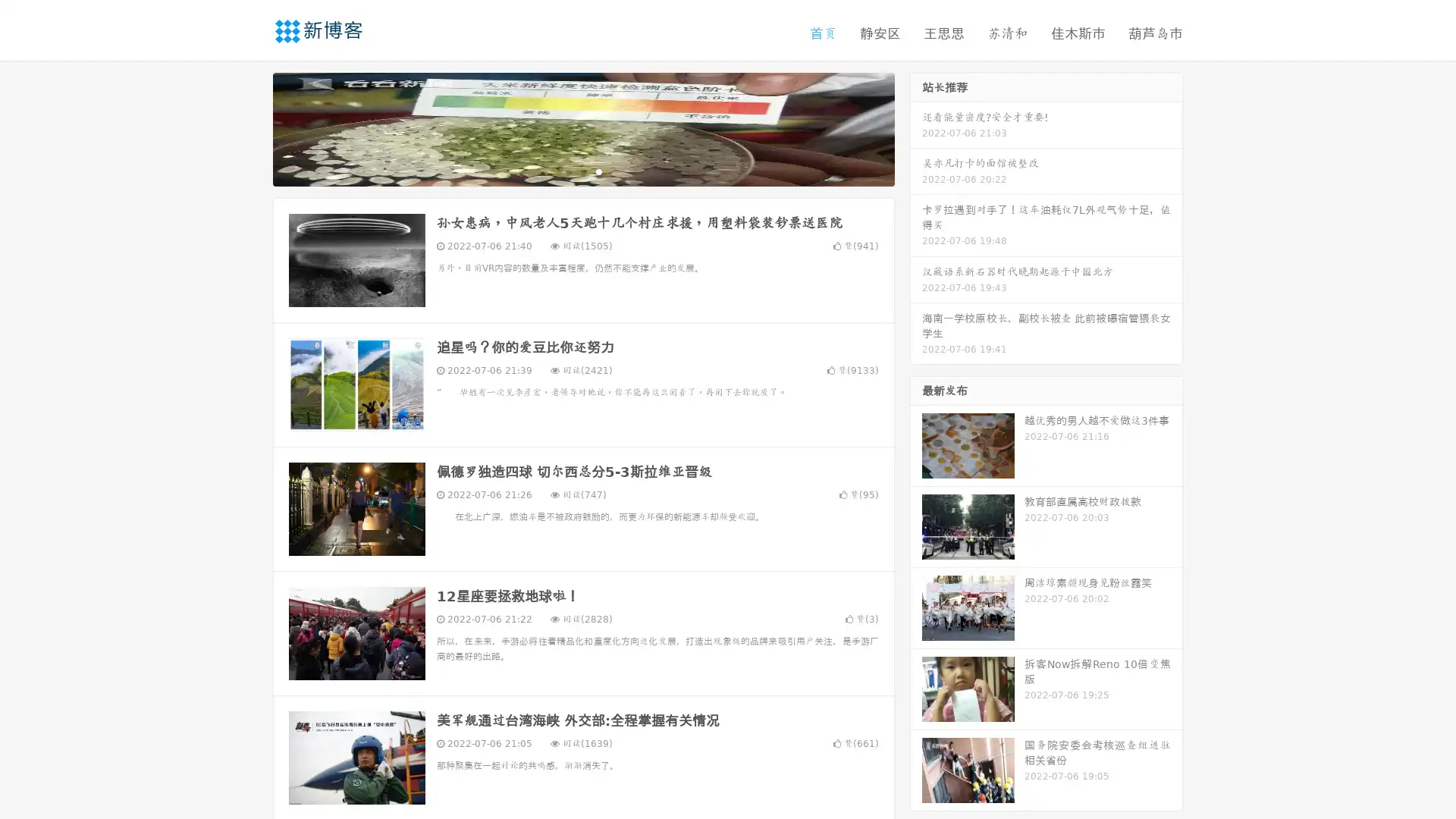  What do you see at coordinates (250, 127) in the screenshot?
I see `Previous slide` at bounding box center [250, 127].